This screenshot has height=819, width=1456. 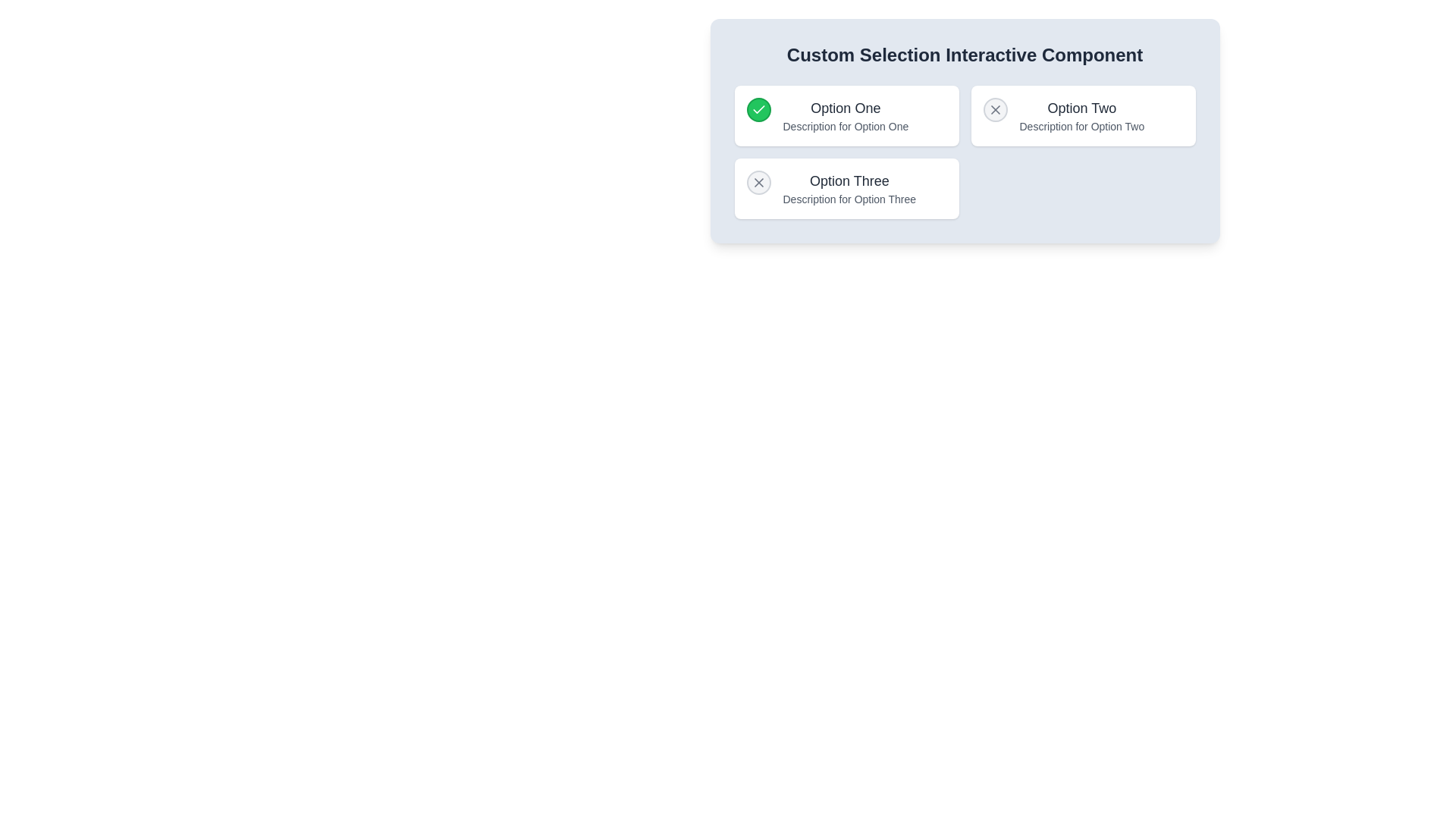 What do you see at coordinates (1081, 125) in the screenshot?
I see `the text label styled in a smaller font size and lighter gray color that reads 'Description for Option Two', located below the title label 'Option Two' in the second column of the selection options grid` at bounding box center [1081, 125].